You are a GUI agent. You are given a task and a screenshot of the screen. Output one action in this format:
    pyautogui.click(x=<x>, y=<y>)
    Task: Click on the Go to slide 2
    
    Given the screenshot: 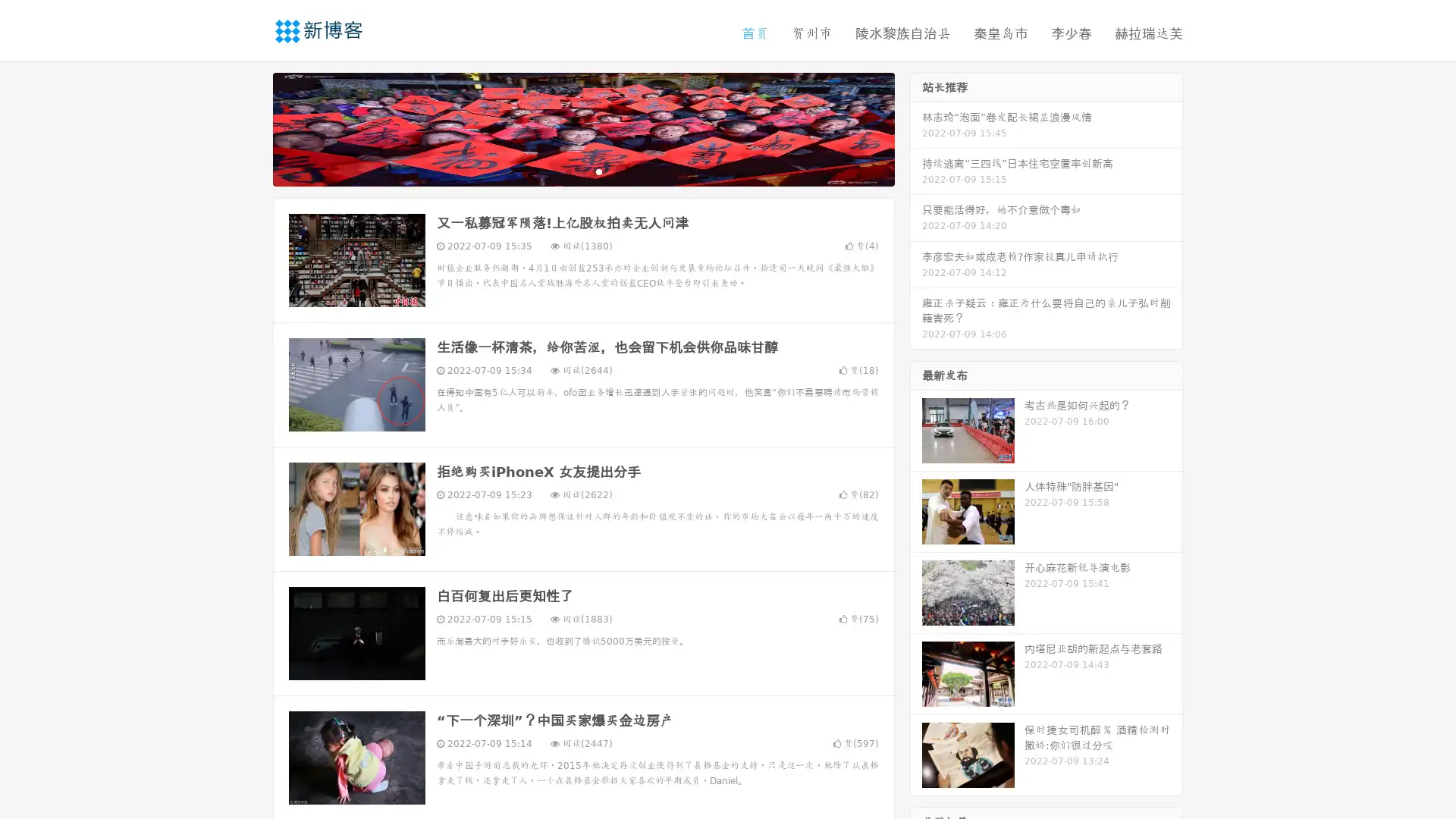 What is the action you would take?
    pyautogui.click(x=582, y=171)
    